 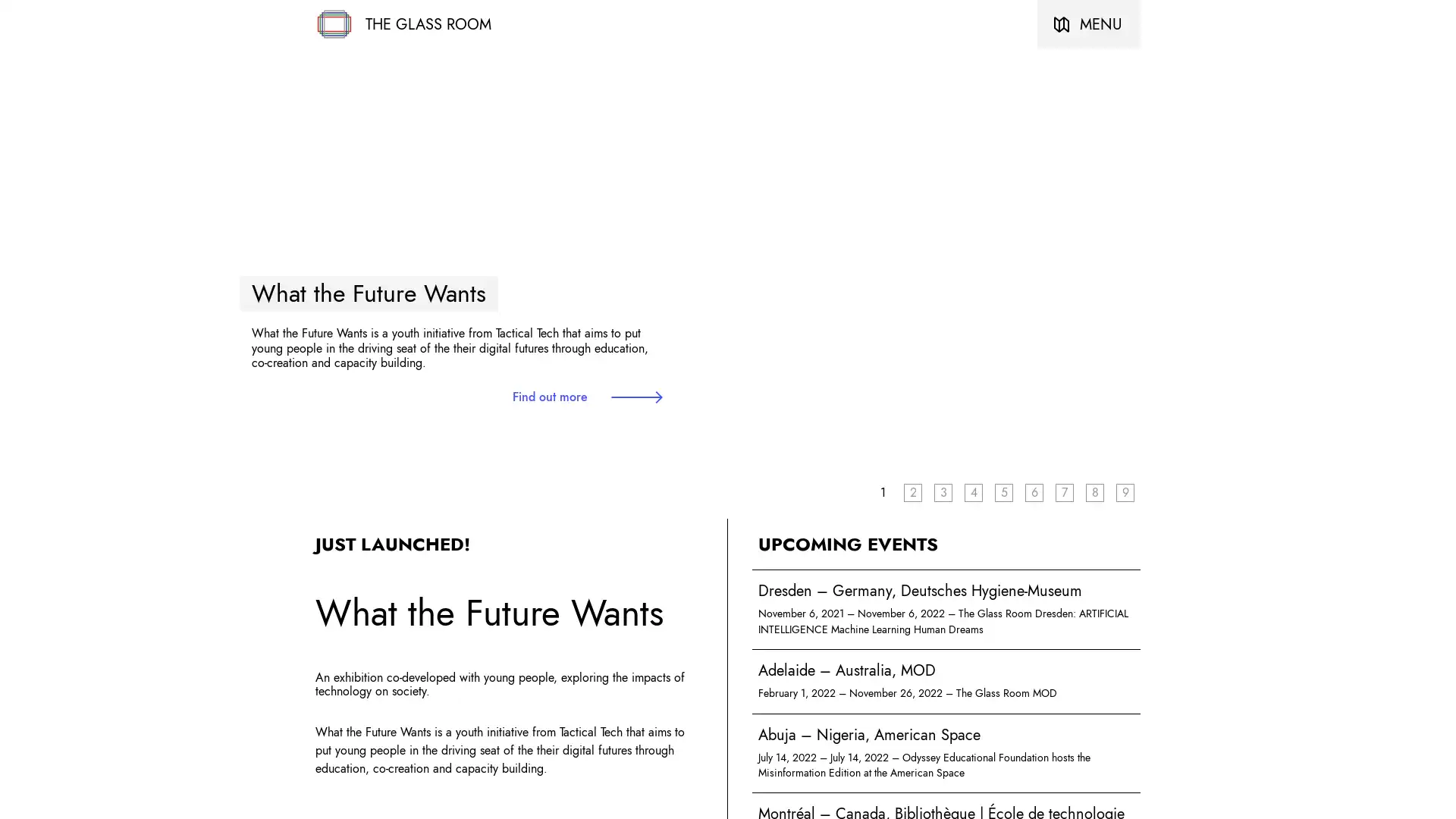 What do you see at coordinates (973, 491) in the screenshot?
I see `slide item 4` at bounding box center [973, 491].